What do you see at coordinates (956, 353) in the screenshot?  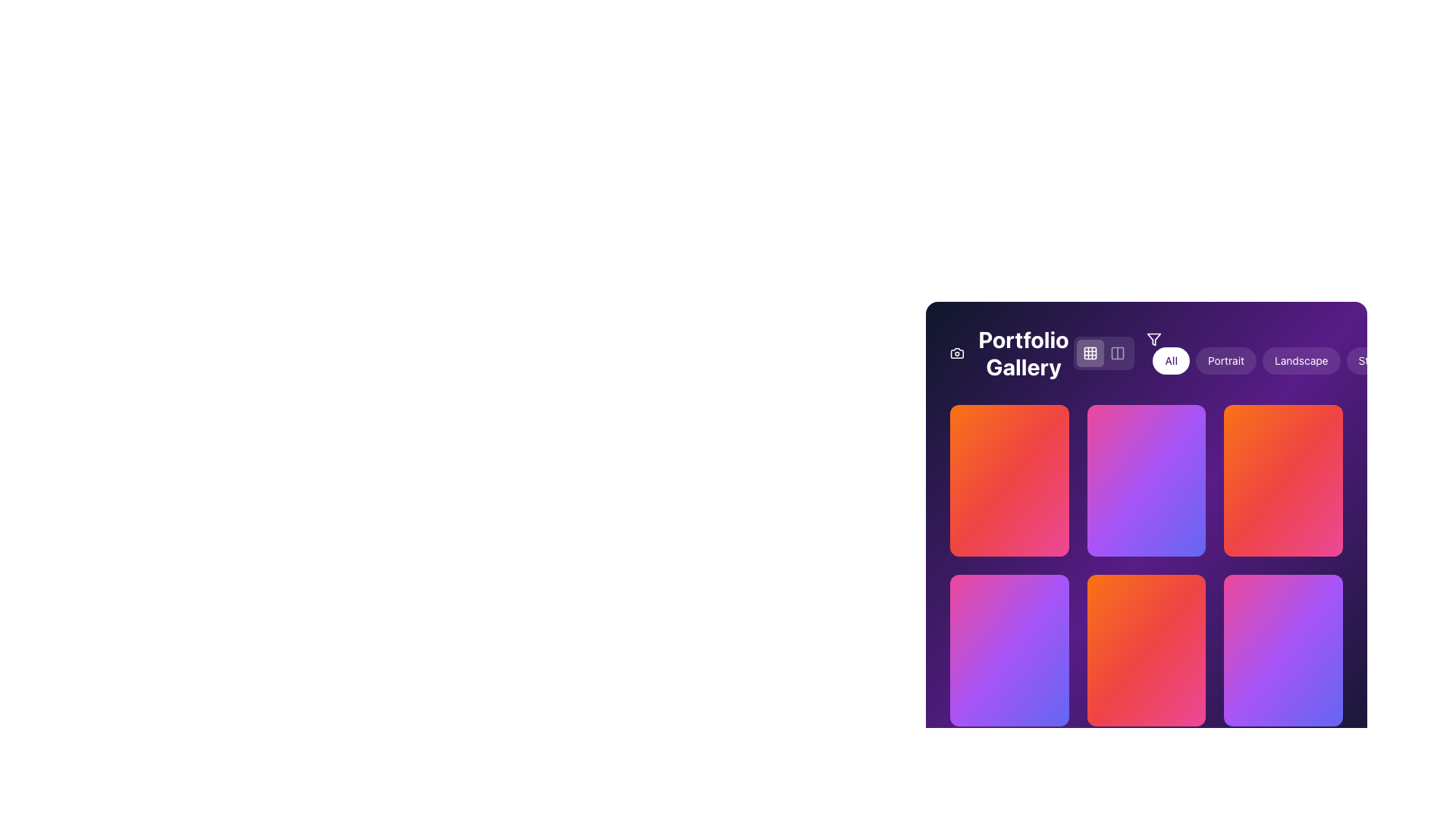 I see `the camera icon located to the left of the 'Portfolio Gallery' text in the header section of the interface` at bounding box center [956, 353].